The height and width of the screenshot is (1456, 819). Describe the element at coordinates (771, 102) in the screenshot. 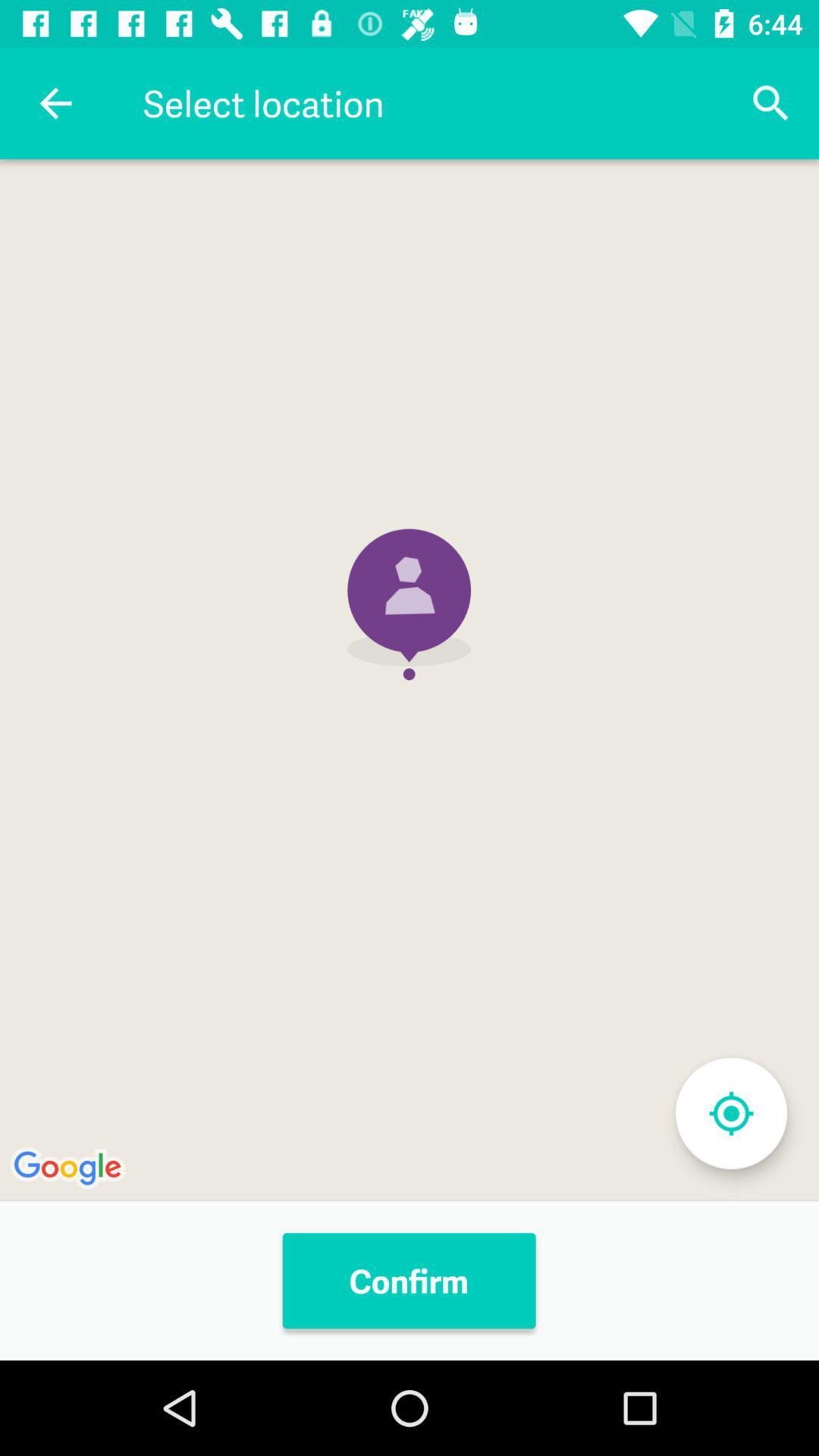

I see `icon at the top right corner` at that location.